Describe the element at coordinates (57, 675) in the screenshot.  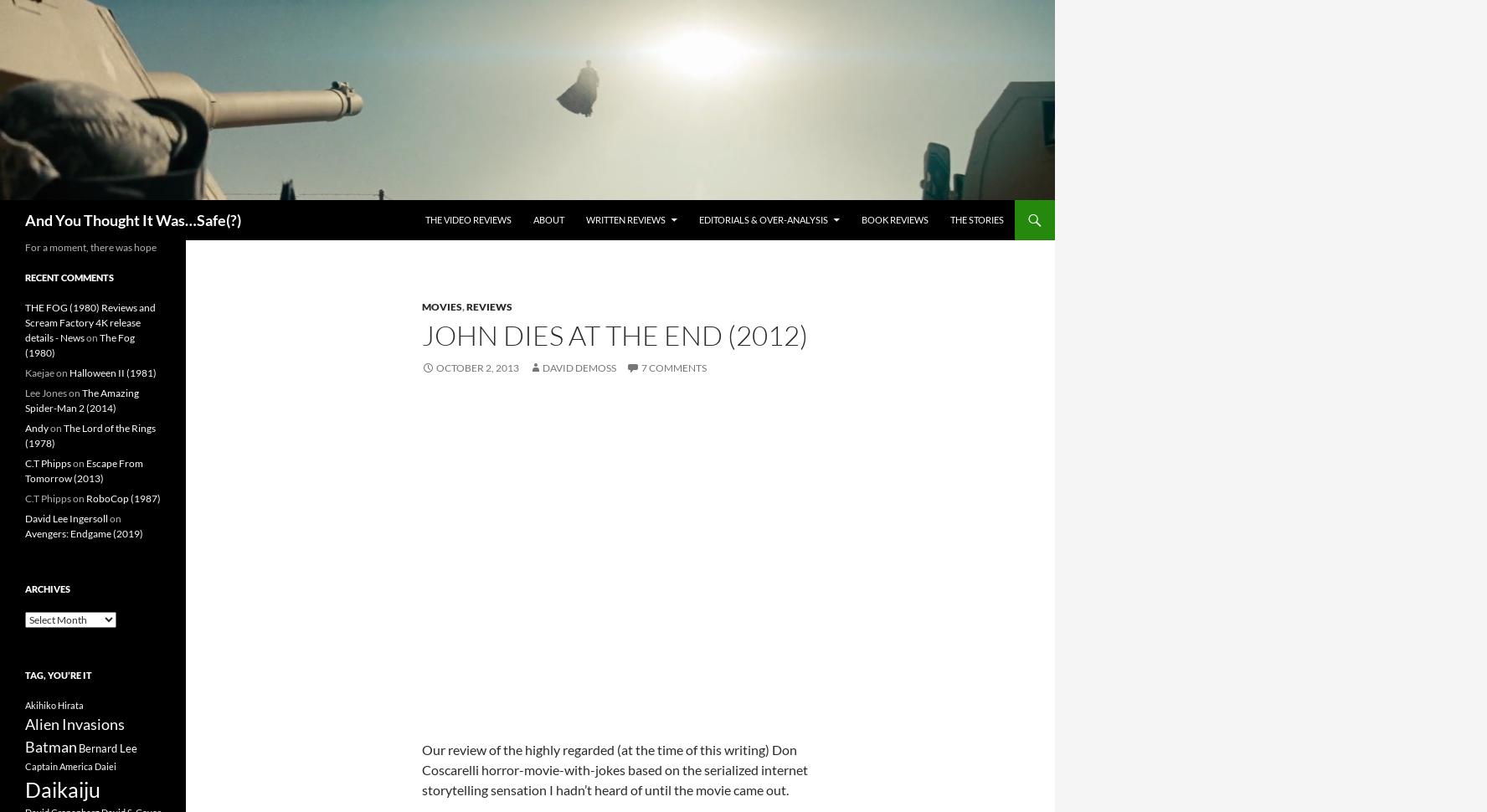
I see `'Tag, You’re It'` at that location.